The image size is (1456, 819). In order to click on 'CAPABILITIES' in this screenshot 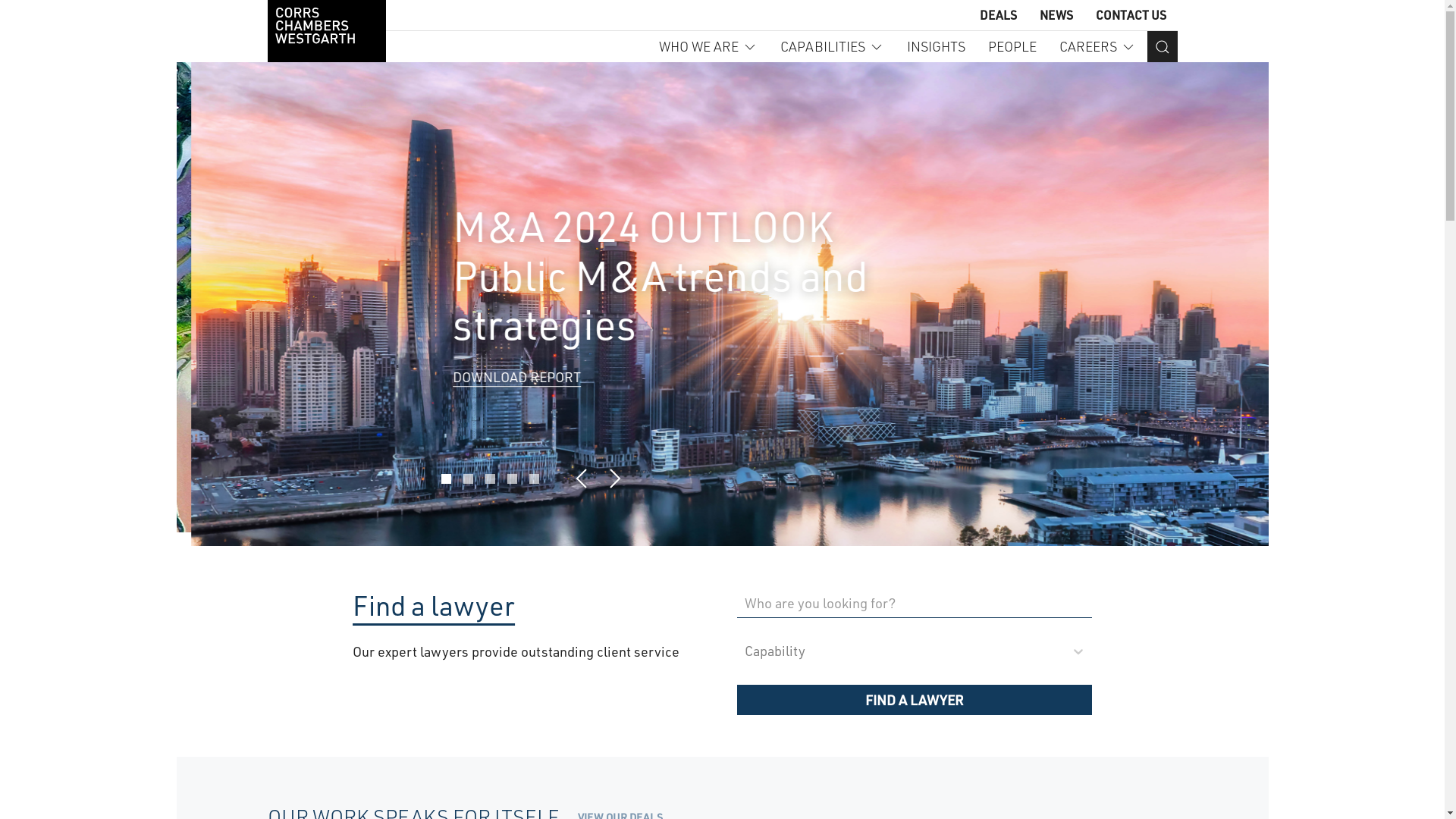, I will do `click(779, 45)`.